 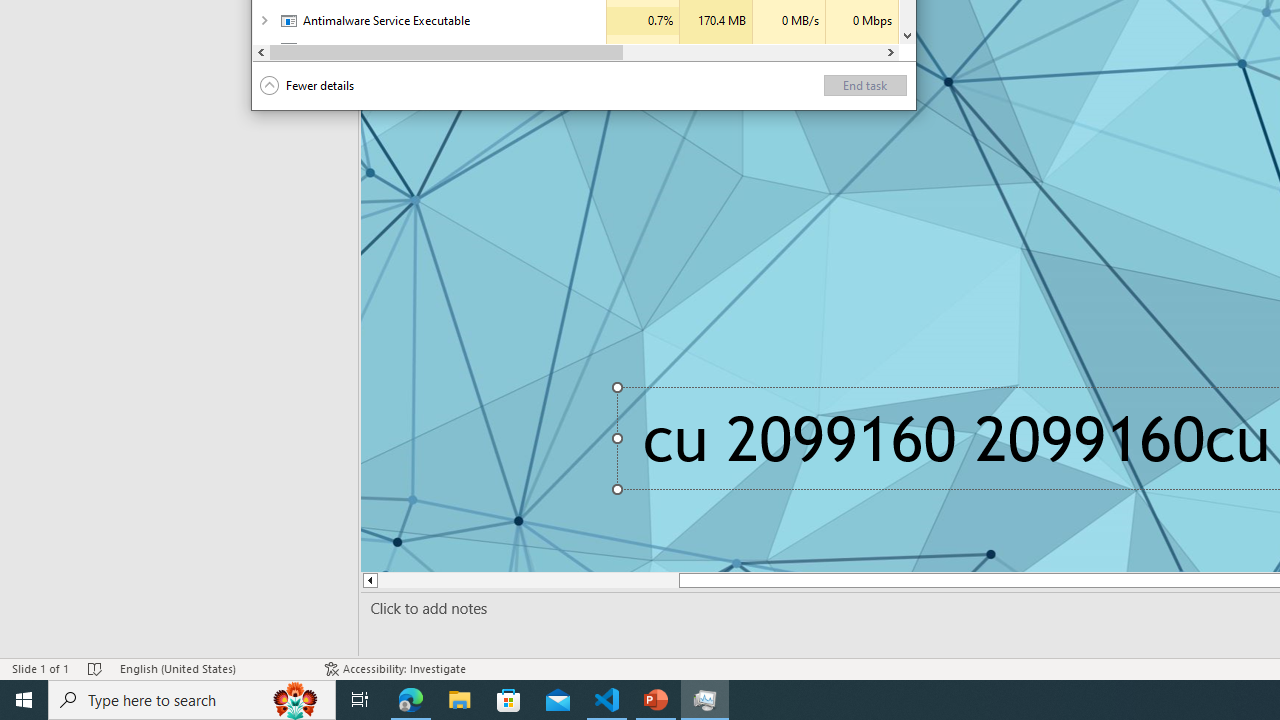 What do you see at coordinates (260, 51) in the screenshot?
I see `'Column left'` at bounding box center [260, 51].